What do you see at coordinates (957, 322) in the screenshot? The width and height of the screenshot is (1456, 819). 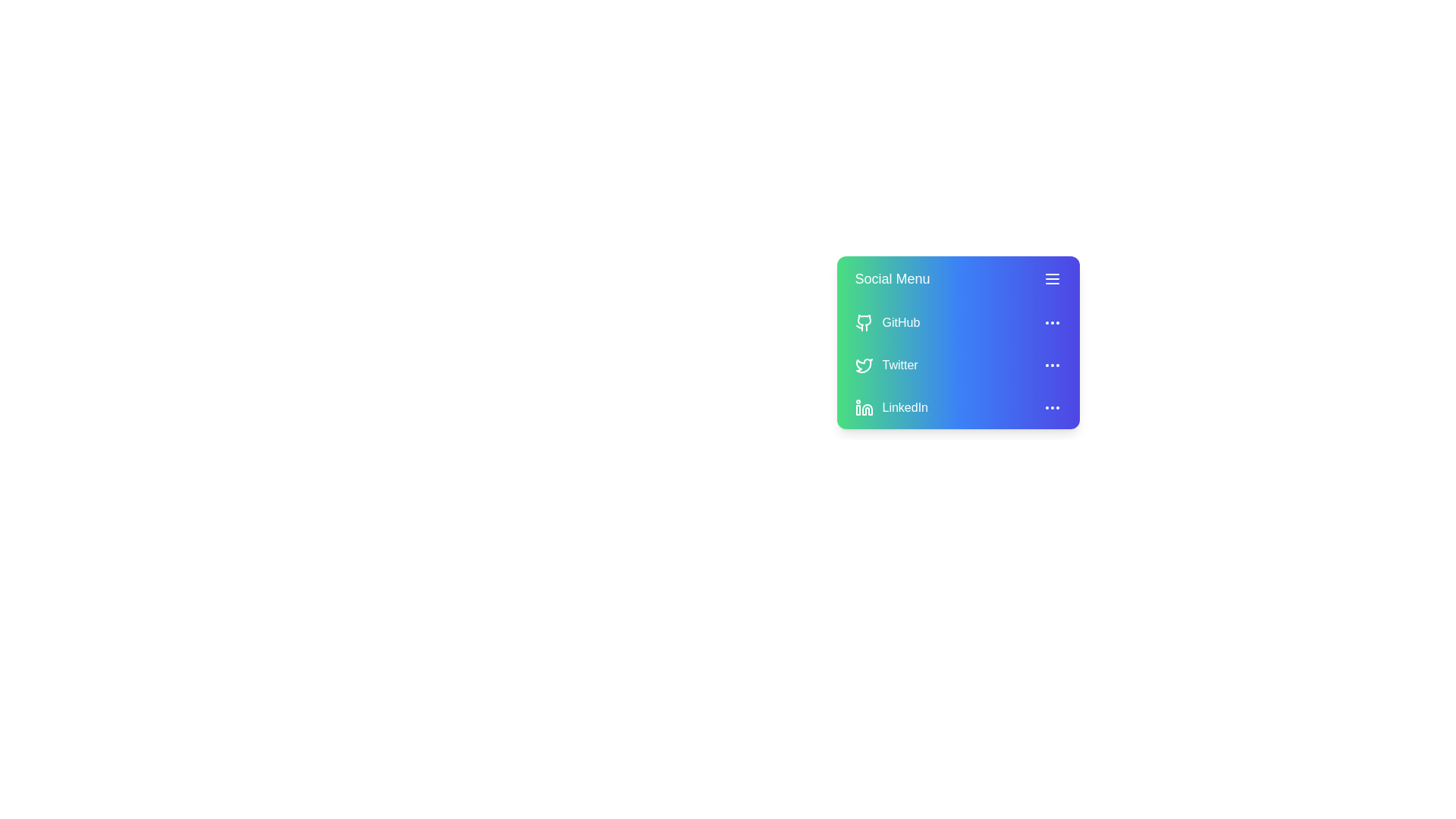 I see `the text element GitHub for selection or copying` at bounding box center [957, 322].